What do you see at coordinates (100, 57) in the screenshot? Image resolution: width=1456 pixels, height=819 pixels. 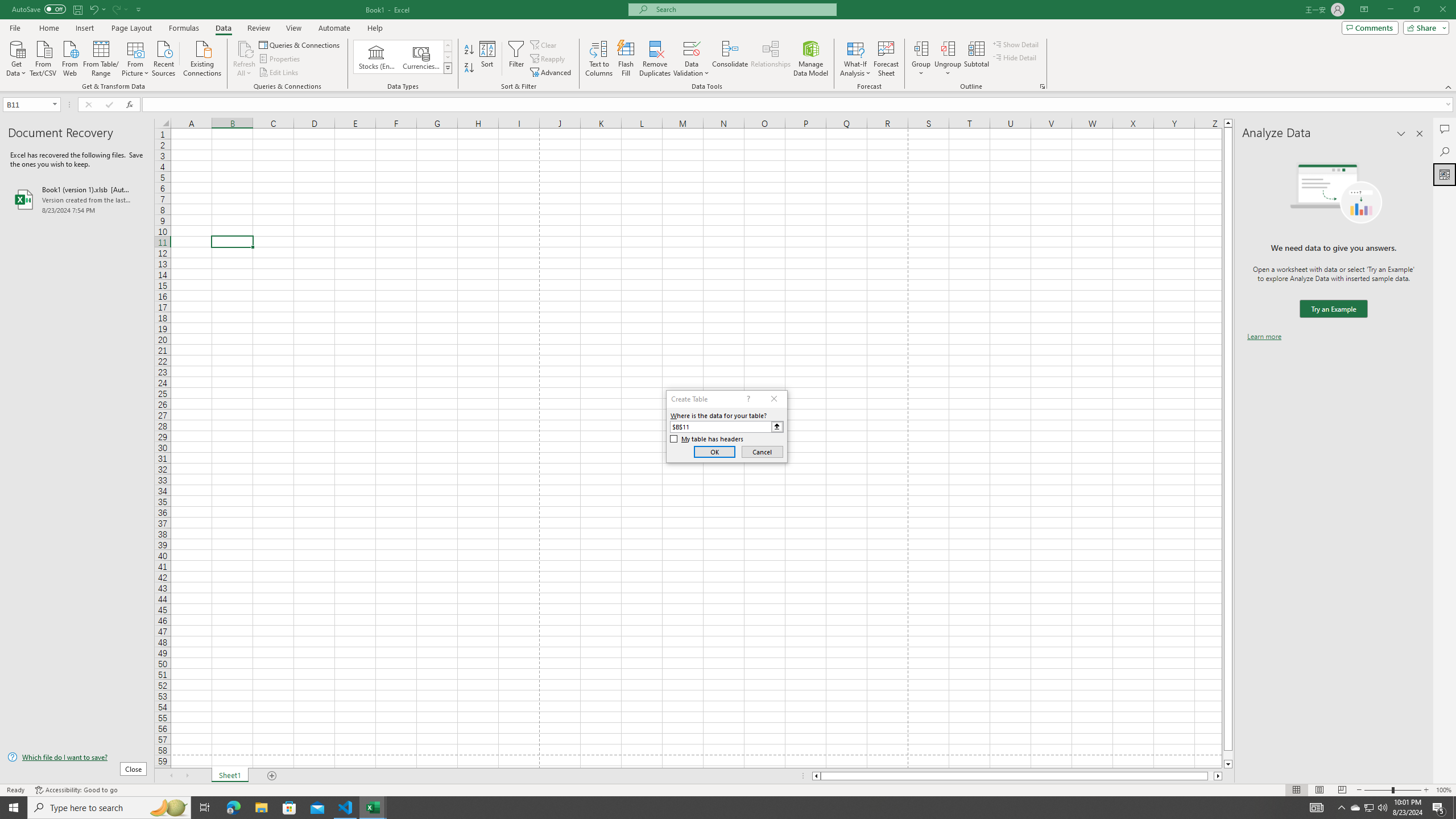 I see `'From Table/Range'` at bounding box center [100, 57].